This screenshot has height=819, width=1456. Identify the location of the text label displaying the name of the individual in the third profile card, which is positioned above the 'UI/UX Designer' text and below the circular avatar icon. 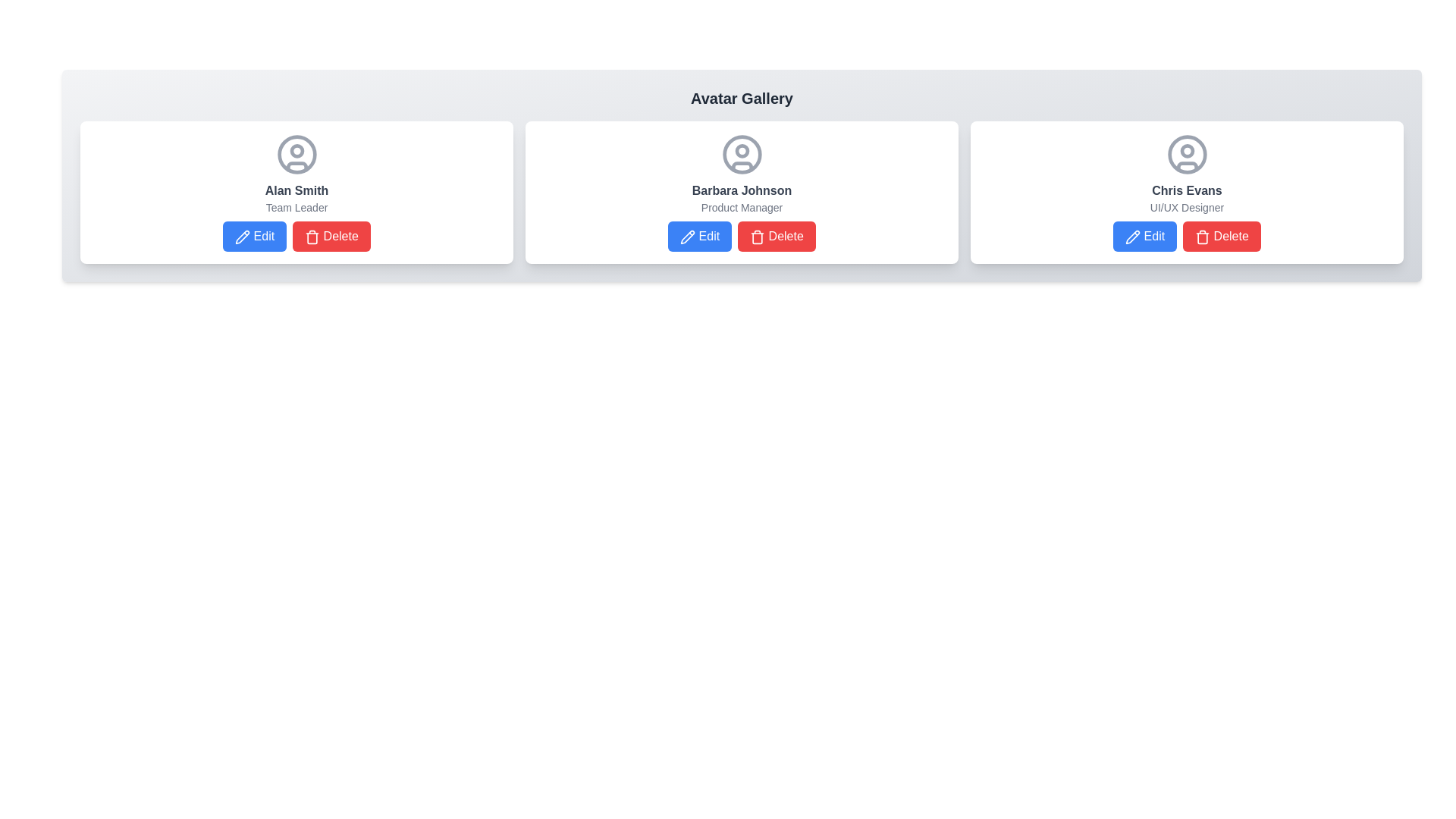
(1186, 190).